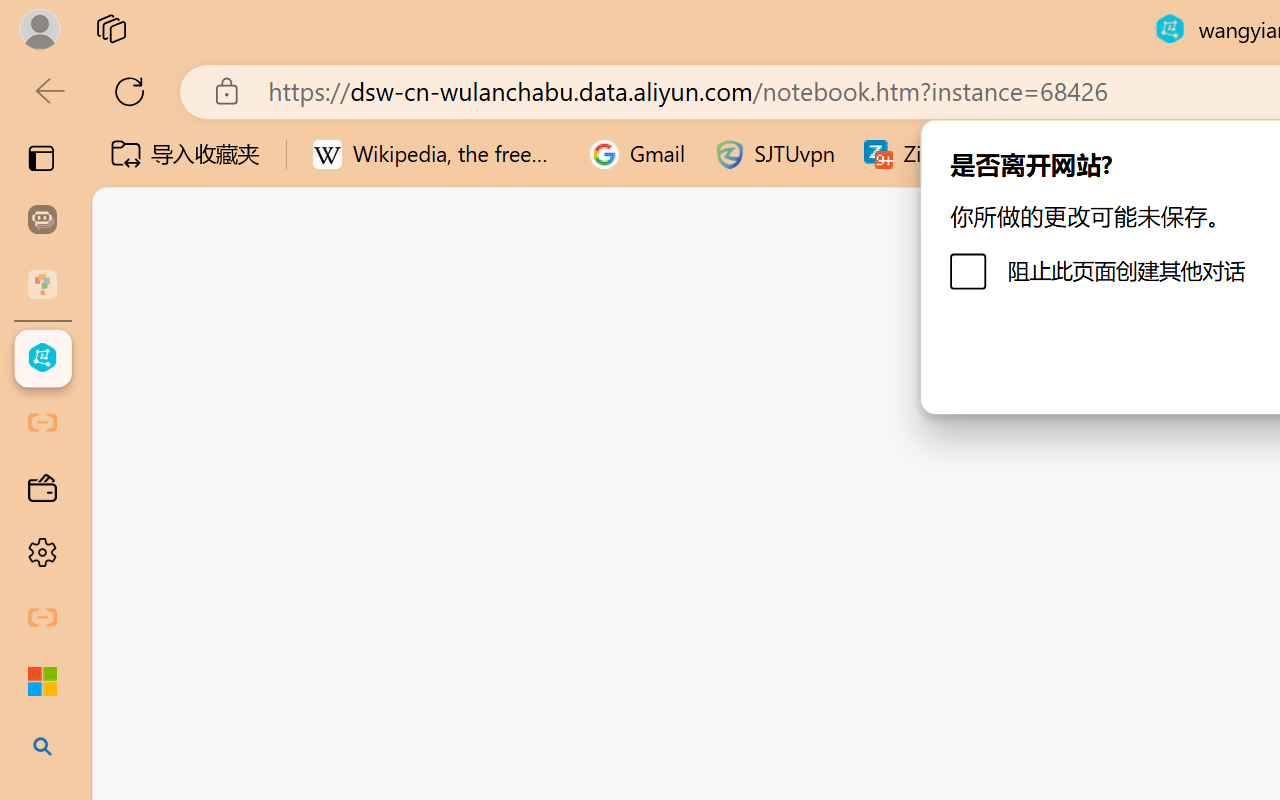 The width and height of the screenshot is (1280, 800). I want to click on 'Wikipedia, the free encyclopedia', so click(436, 154).